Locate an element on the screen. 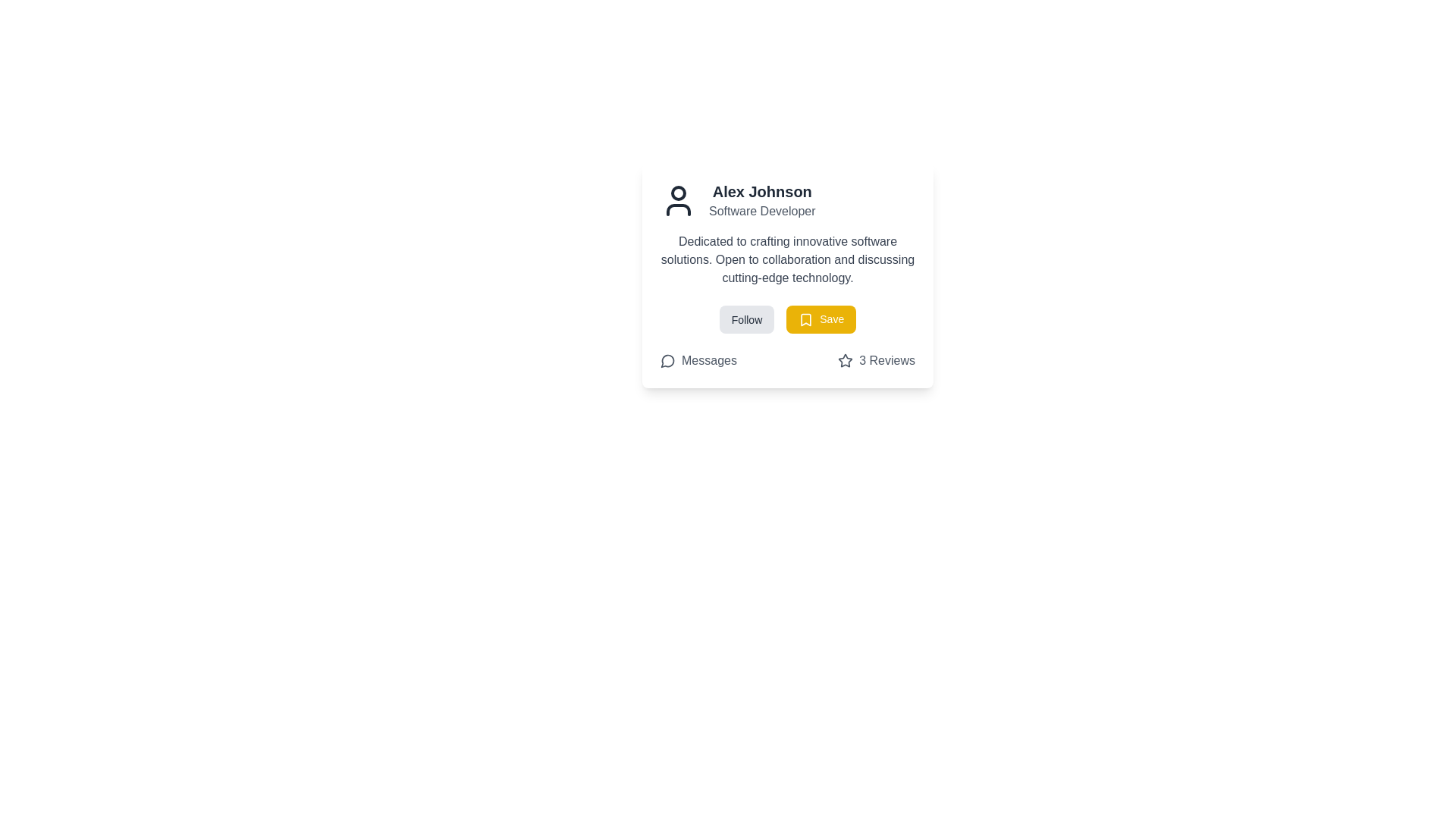  the label with an icon that represents messages, located at the bottom left of the profile card, next to '3 Reviews' is located at coordinates (698, 361).